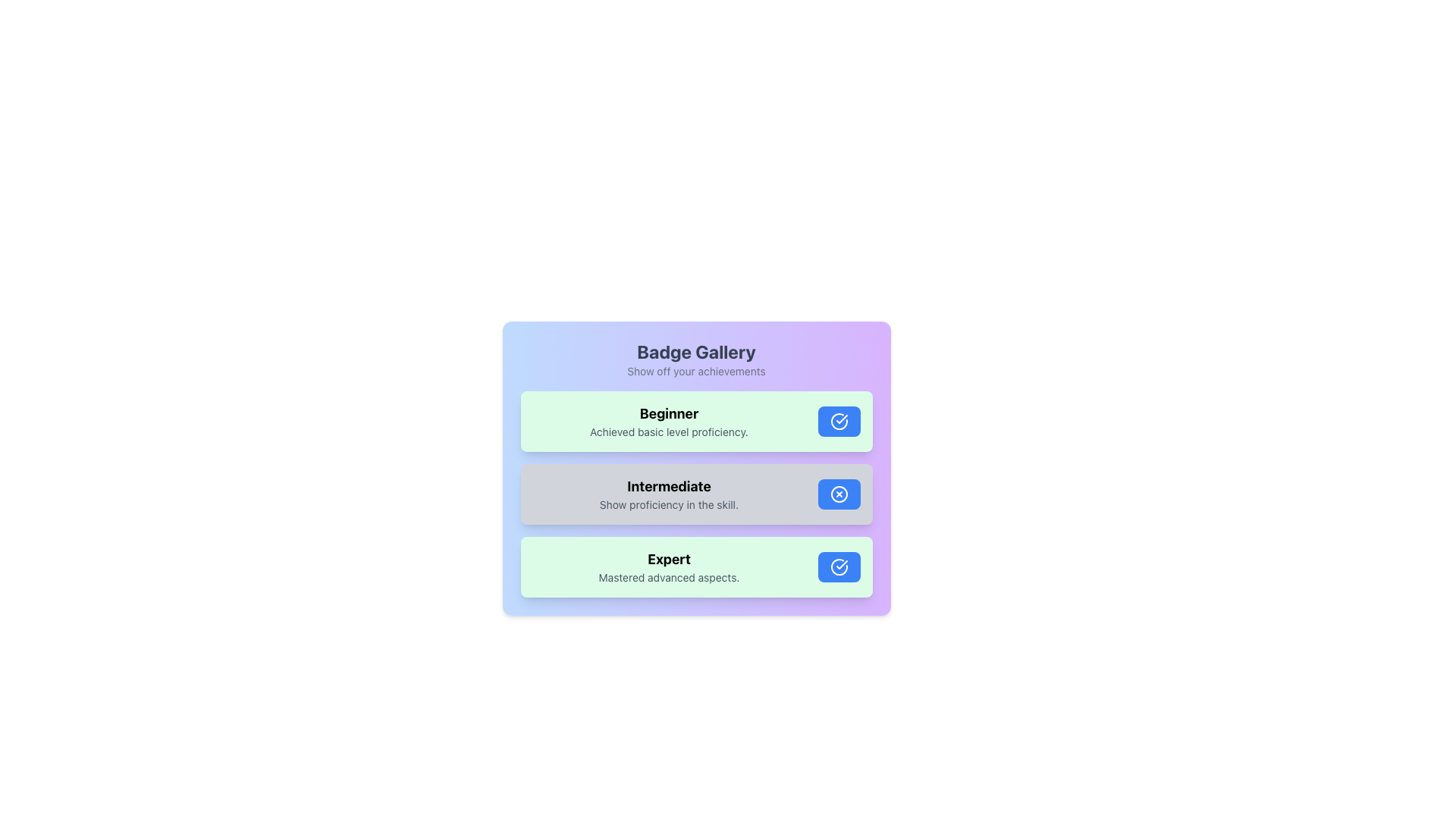  Describe the element at coordinates (668, 494) in the screenshot. I see `the text block that contains 'Intermediate' in bold black font and 'Show proficiency in the skill.' in smaller gray font, located centrally between 'Beginner' and 'Expert'` at that location.